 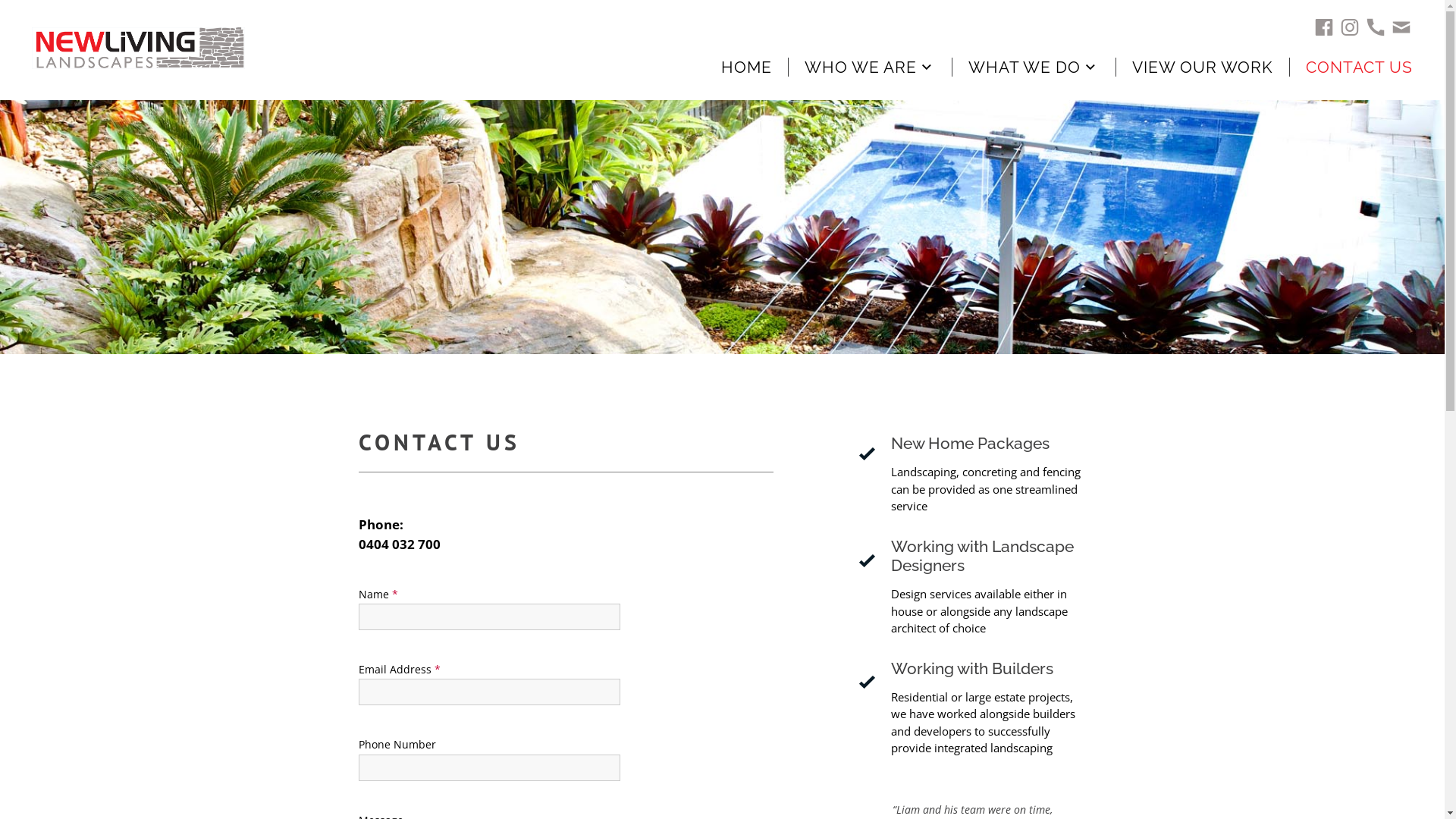 I want to click on 'HOME', so click(x=720, y=66).